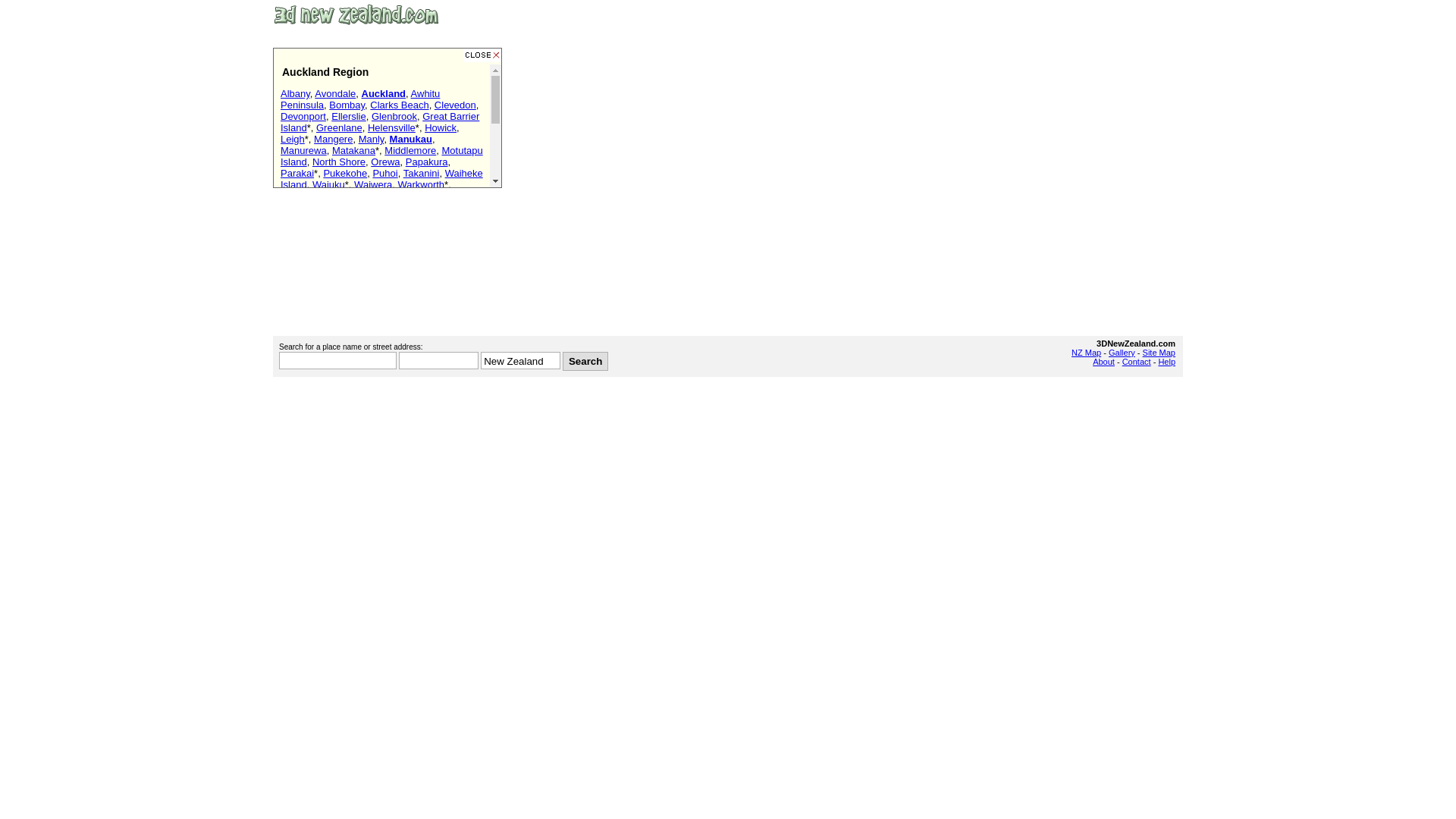 Image resolution: width=1456 pixels, height=819 pixels. I want to click on 'Waiwera', so click(372, 184).